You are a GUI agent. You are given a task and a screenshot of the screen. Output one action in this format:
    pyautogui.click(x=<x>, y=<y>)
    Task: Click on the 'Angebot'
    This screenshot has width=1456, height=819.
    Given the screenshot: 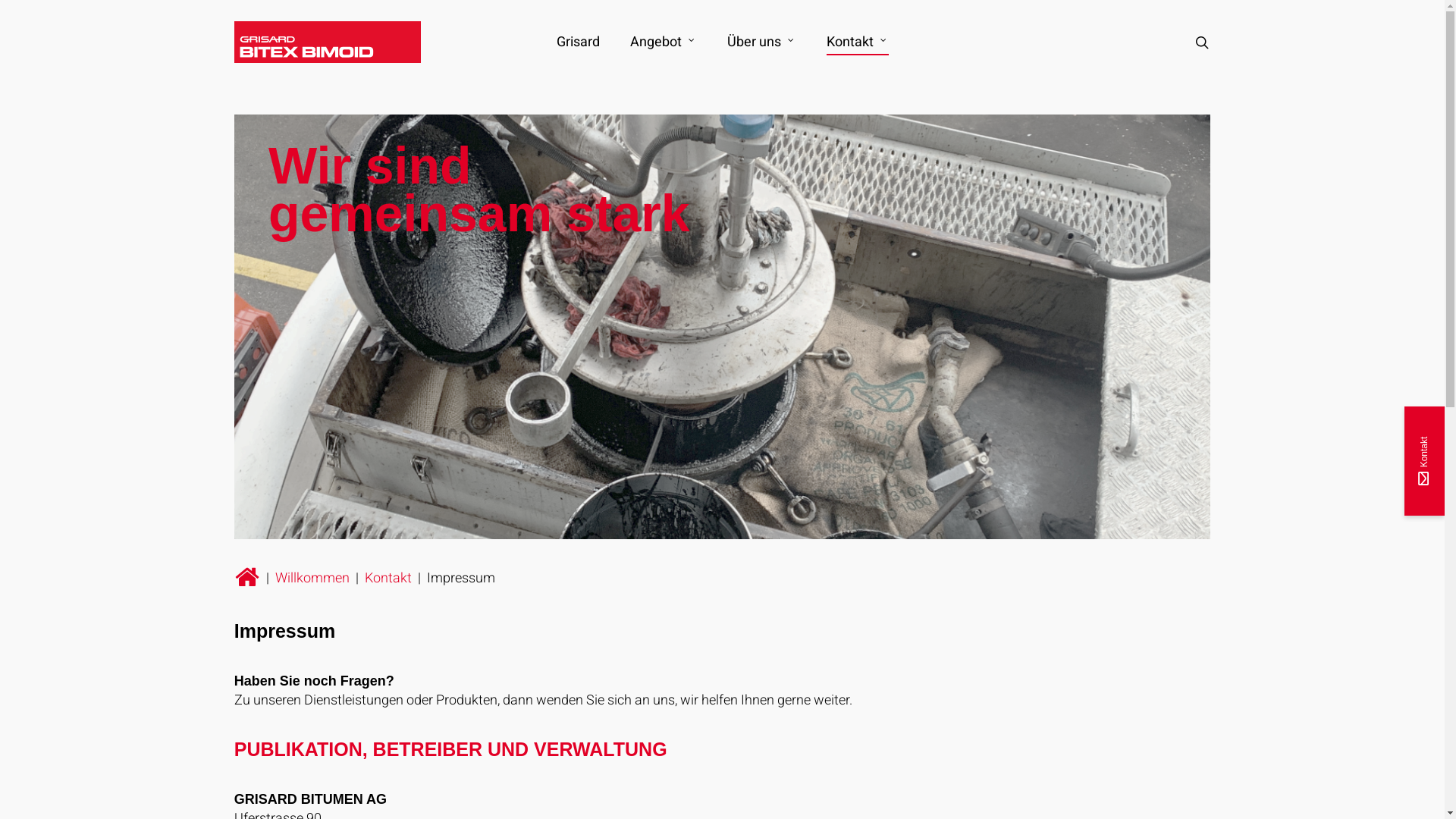 What is the action you would take?
    pyautogui.click(x=662, y=40)
    